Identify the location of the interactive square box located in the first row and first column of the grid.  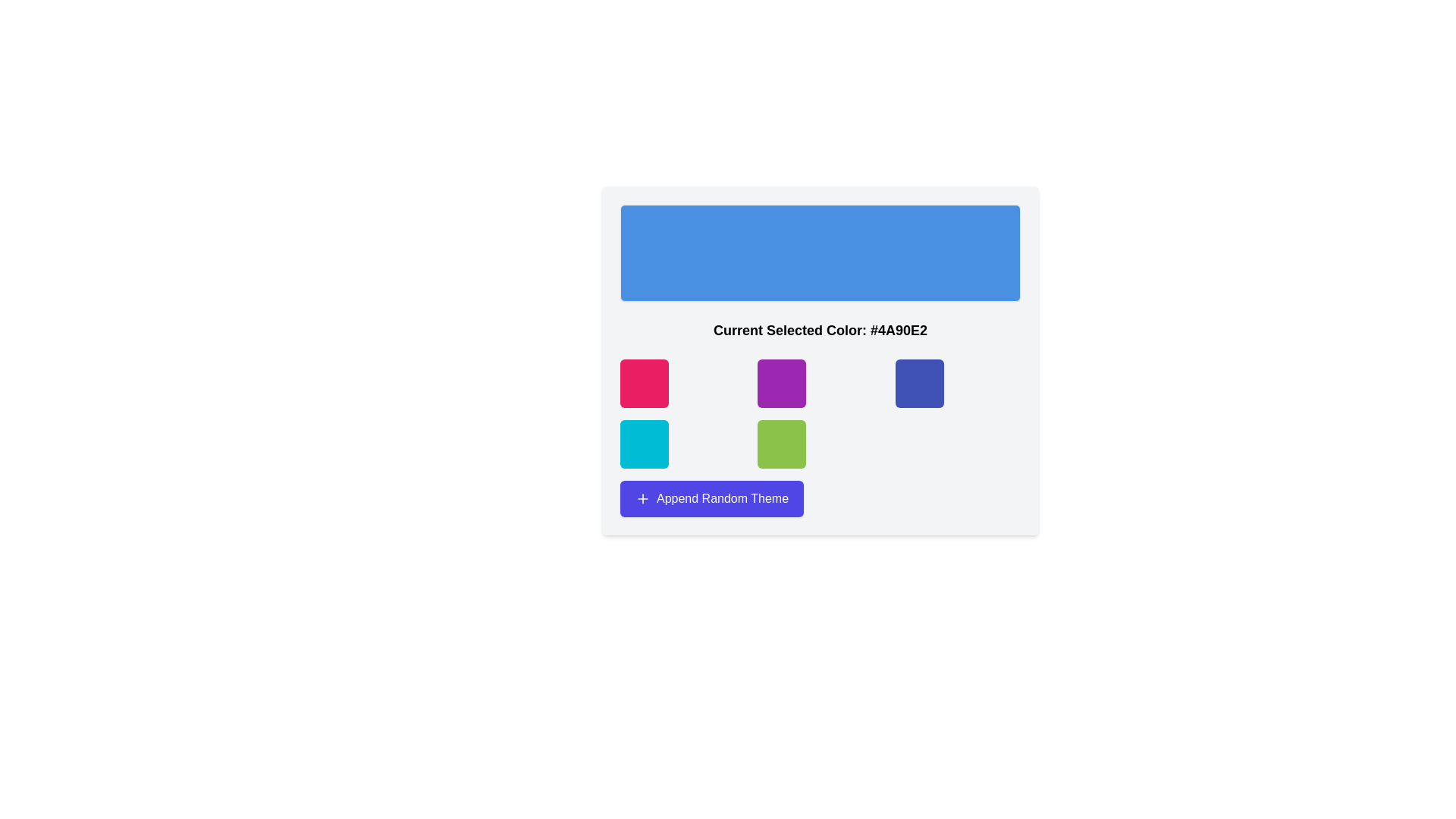
(644, 382).